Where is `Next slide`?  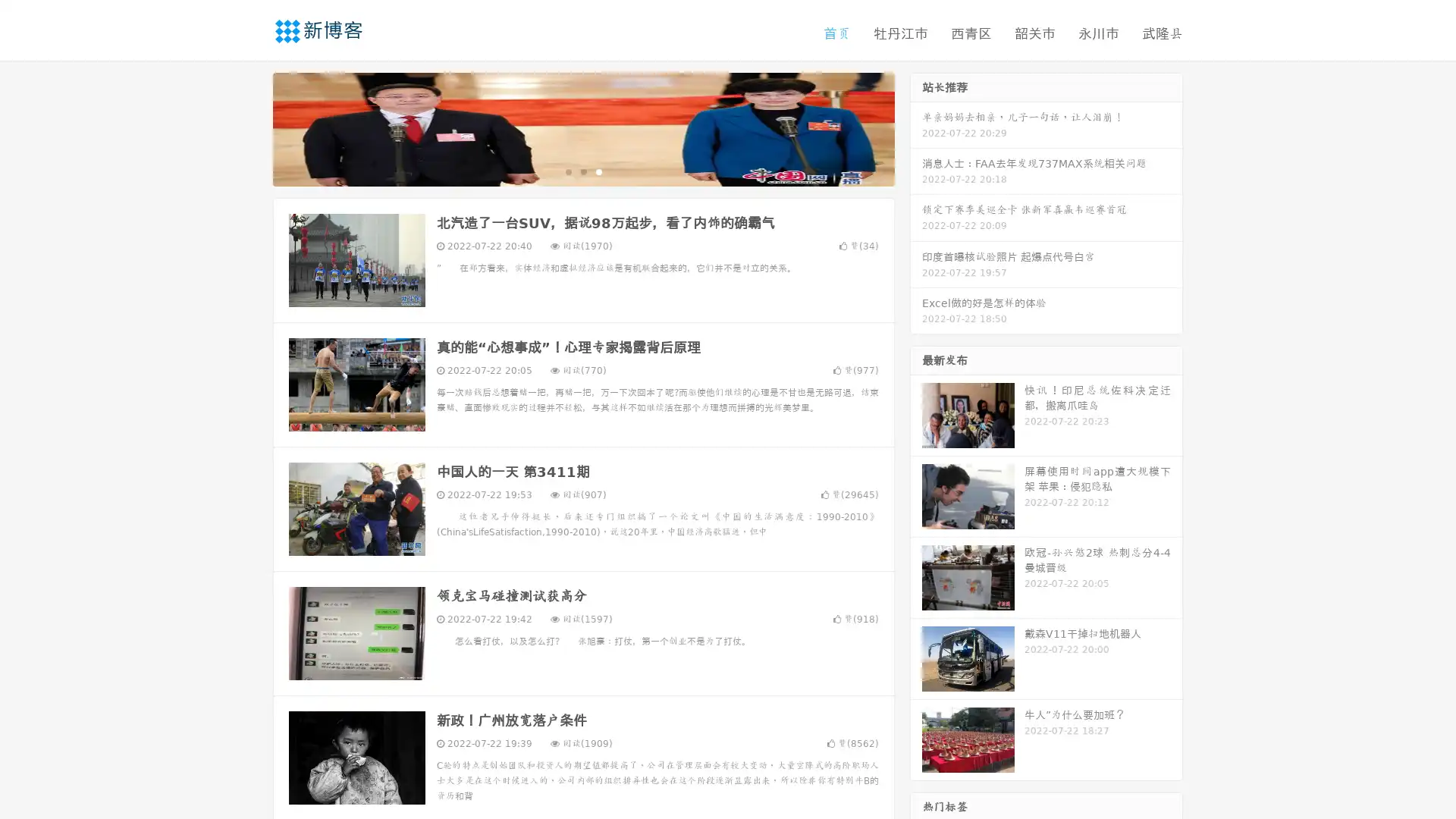 Next slide is located at coordinates (916, 127).